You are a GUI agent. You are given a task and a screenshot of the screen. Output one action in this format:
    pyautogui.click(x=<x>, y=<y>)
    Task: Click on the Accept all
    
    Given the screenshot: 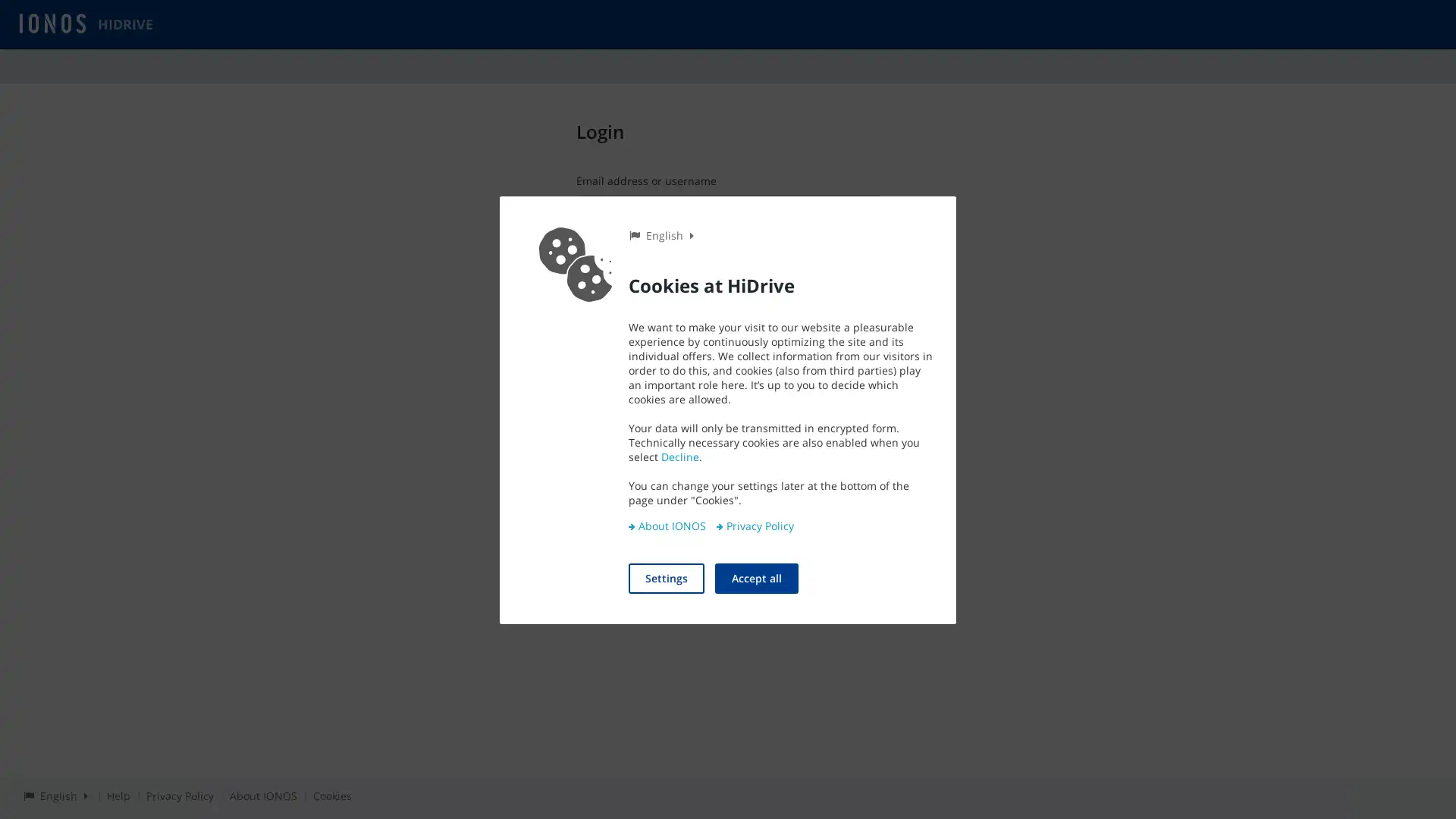 What is the action you would take?
    pyautogui.click(x=757, y=579)
    